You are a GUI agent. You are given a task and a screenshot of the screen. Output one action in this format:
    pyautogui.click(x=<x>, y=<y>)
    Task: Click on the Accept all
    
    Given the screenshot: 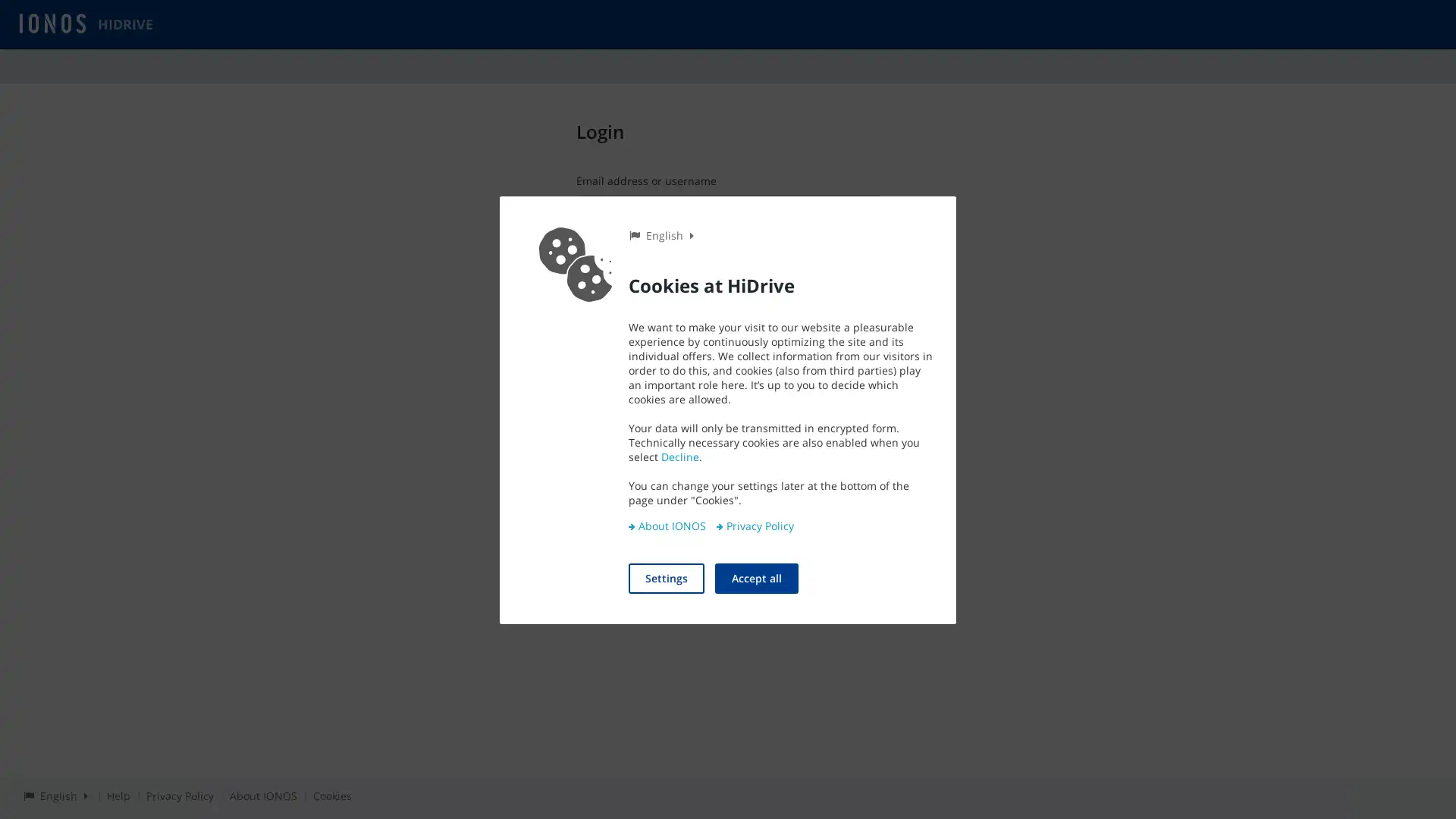 What is the action you would take?
    pyautogui.click(x=757, y=579)
    